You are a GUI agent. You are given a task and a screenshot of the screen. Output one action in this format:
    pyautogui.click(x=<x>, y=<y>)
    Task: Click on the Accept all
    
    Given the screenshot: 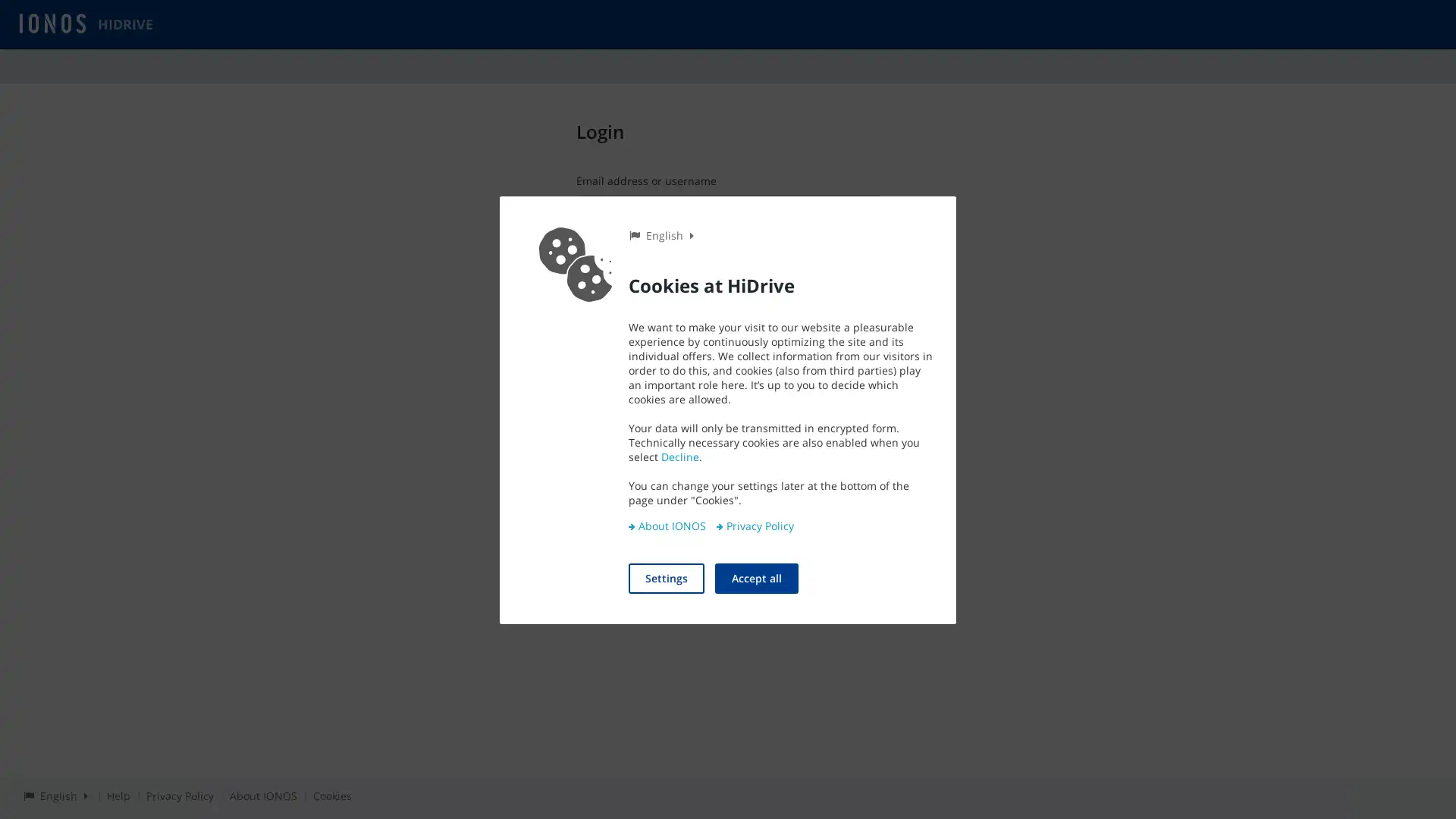 What is the action you would take?
    pyautogui.click(x=757, y=579)
    